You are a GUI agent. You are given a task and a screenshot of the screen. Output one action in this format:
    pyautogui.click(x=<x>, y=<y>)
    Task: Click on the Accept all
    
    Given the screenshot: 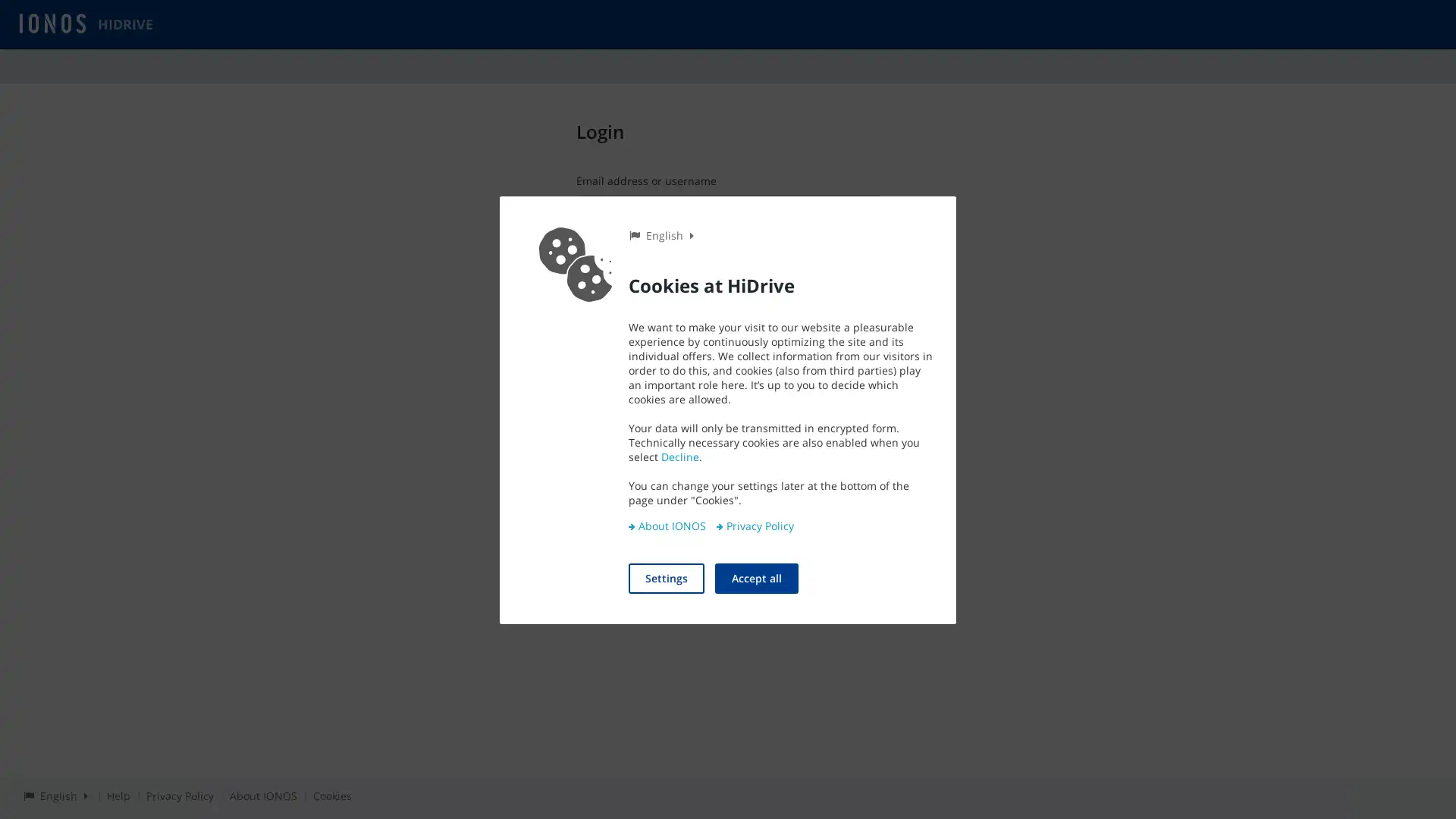 What is the action you would take?
    pyautogui.click(x=757, y=579)
    